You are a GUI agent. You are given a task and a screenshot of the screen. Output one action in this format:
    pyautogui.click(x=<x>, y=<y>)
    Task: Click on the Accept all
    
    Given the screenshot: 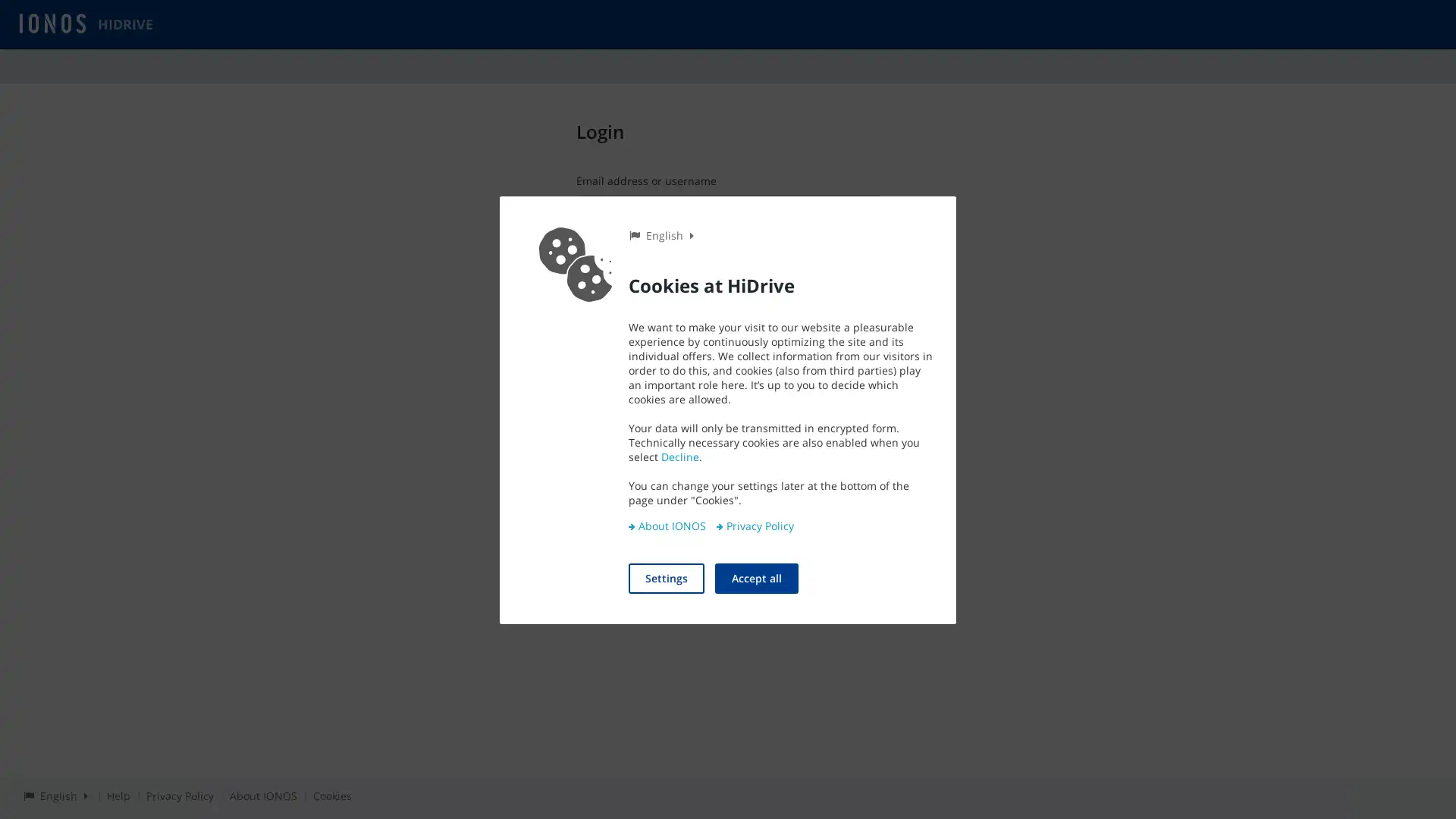 What is the action you would take?
    pyautogui.click(x=757, y=579)
    